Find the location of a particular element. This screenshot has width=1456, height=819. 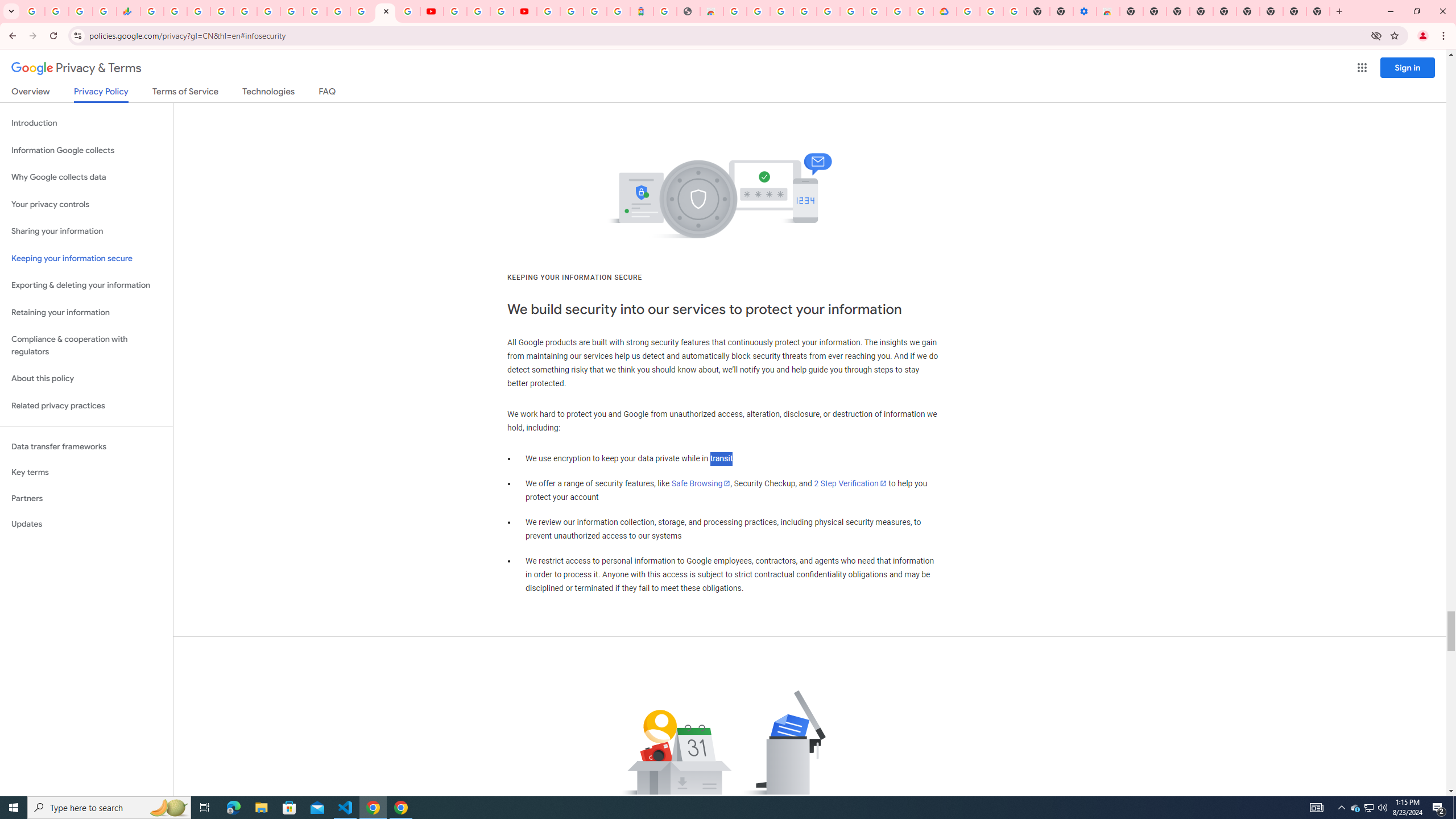

'Why Google collects data' is located at coordinates (86, 176).